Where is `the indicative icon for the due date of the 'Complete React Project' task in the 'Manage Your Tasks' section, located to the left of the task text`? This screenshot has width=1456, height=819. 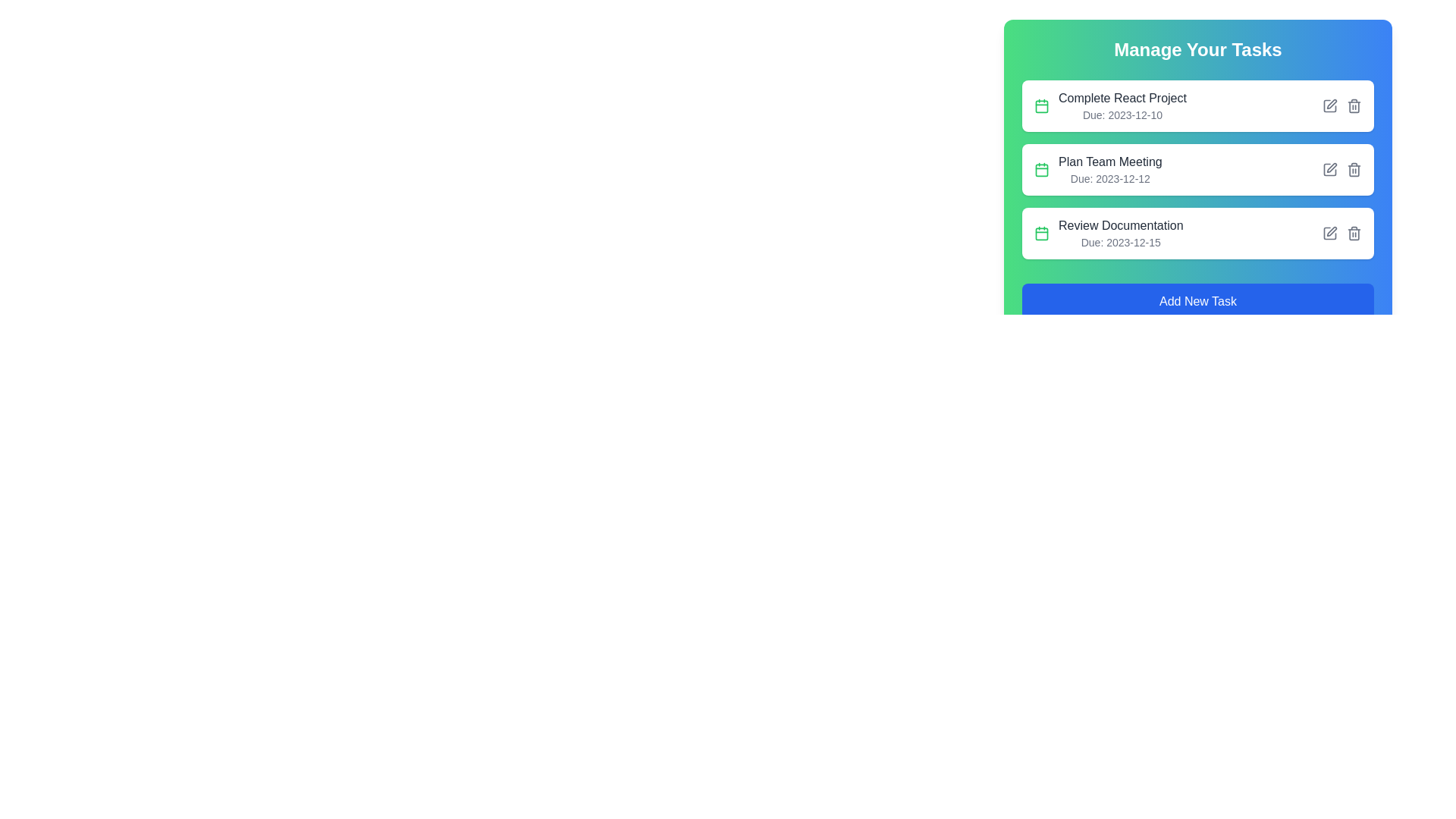 the indicative icon for the due date of the 'Complete React Project' task in the 'Manage Your Tasks' section, located to the left of the task text is located at coordinates (1040, 105).